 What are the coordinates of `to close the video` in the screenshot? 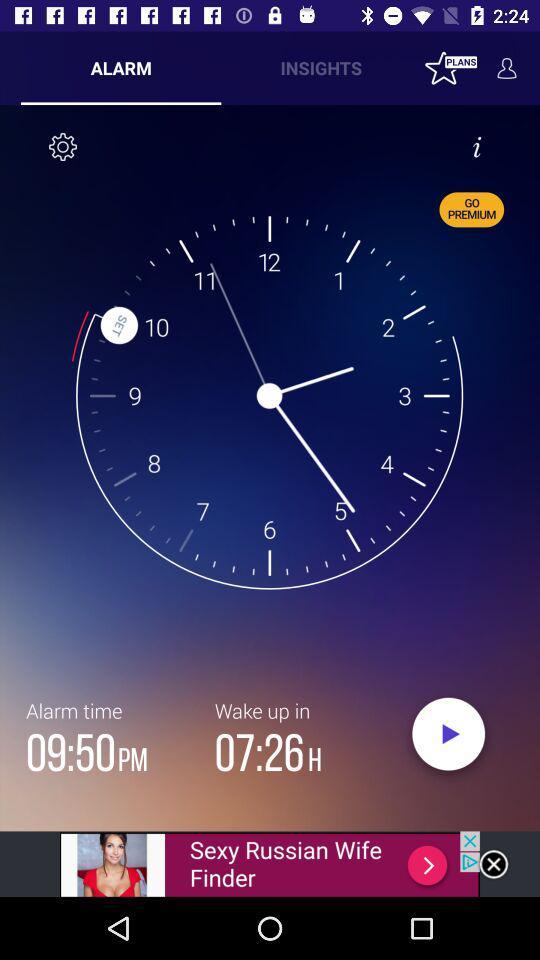 It's located at (492, 863).